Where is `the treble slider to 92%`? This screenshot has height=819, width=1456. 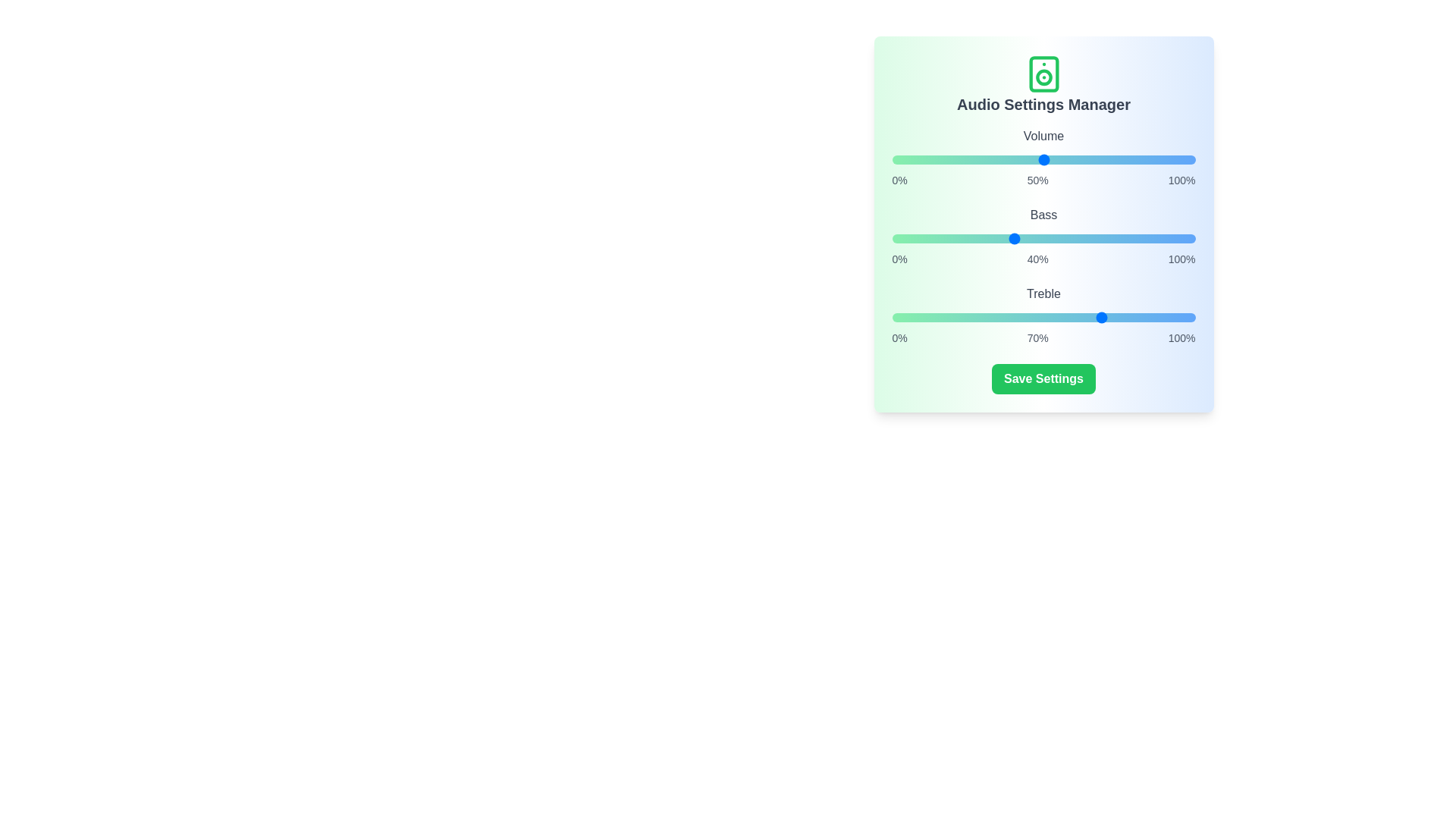 the treble slider to 92% is located at coordinates (1170, 317).